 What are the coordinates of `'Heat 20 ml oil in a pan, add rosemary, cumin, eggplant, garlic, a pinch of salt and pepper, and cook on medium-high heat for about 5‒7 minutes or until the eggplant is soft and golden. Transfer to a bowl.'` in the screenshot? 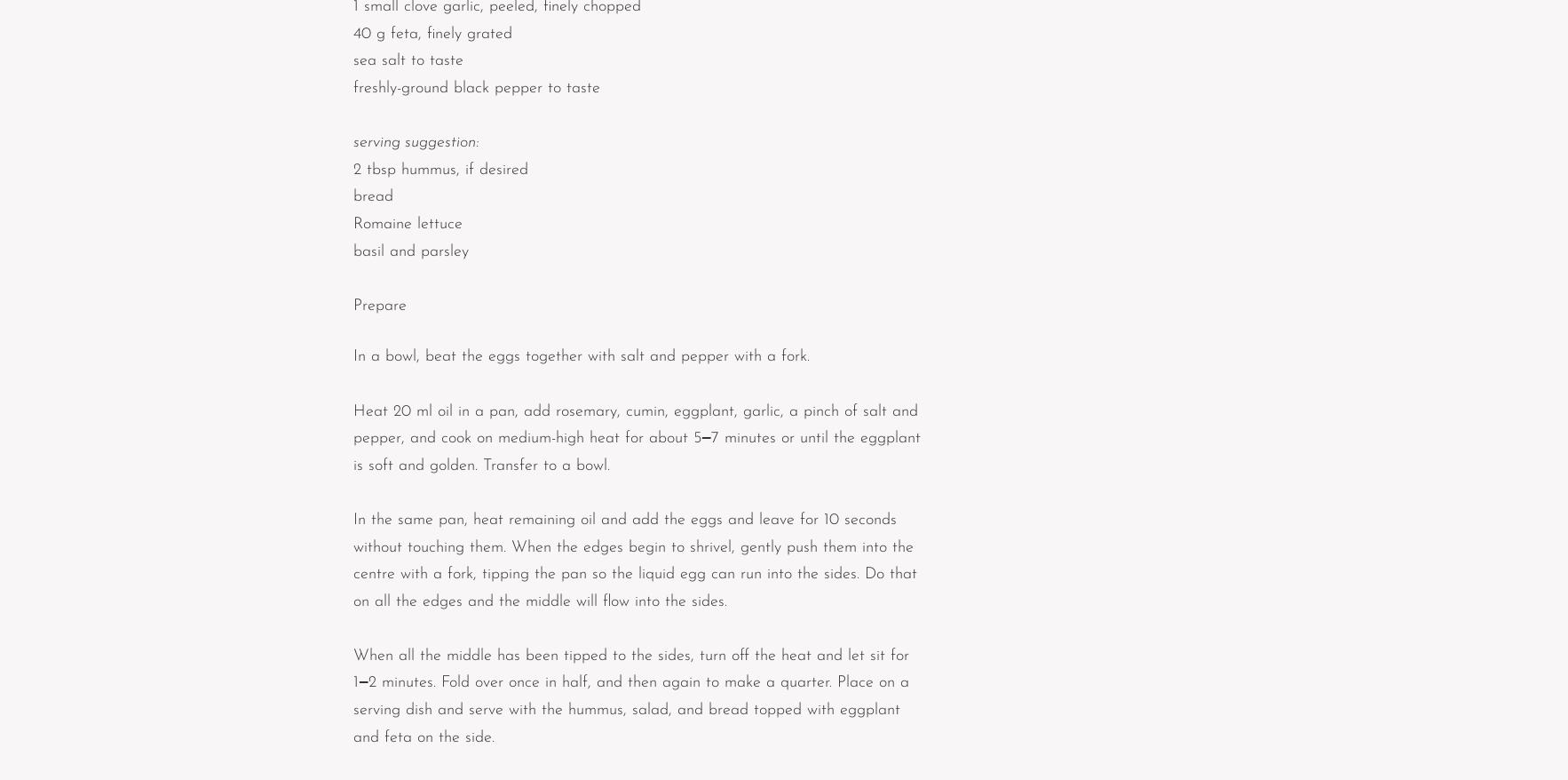 It's located at (639, 437).